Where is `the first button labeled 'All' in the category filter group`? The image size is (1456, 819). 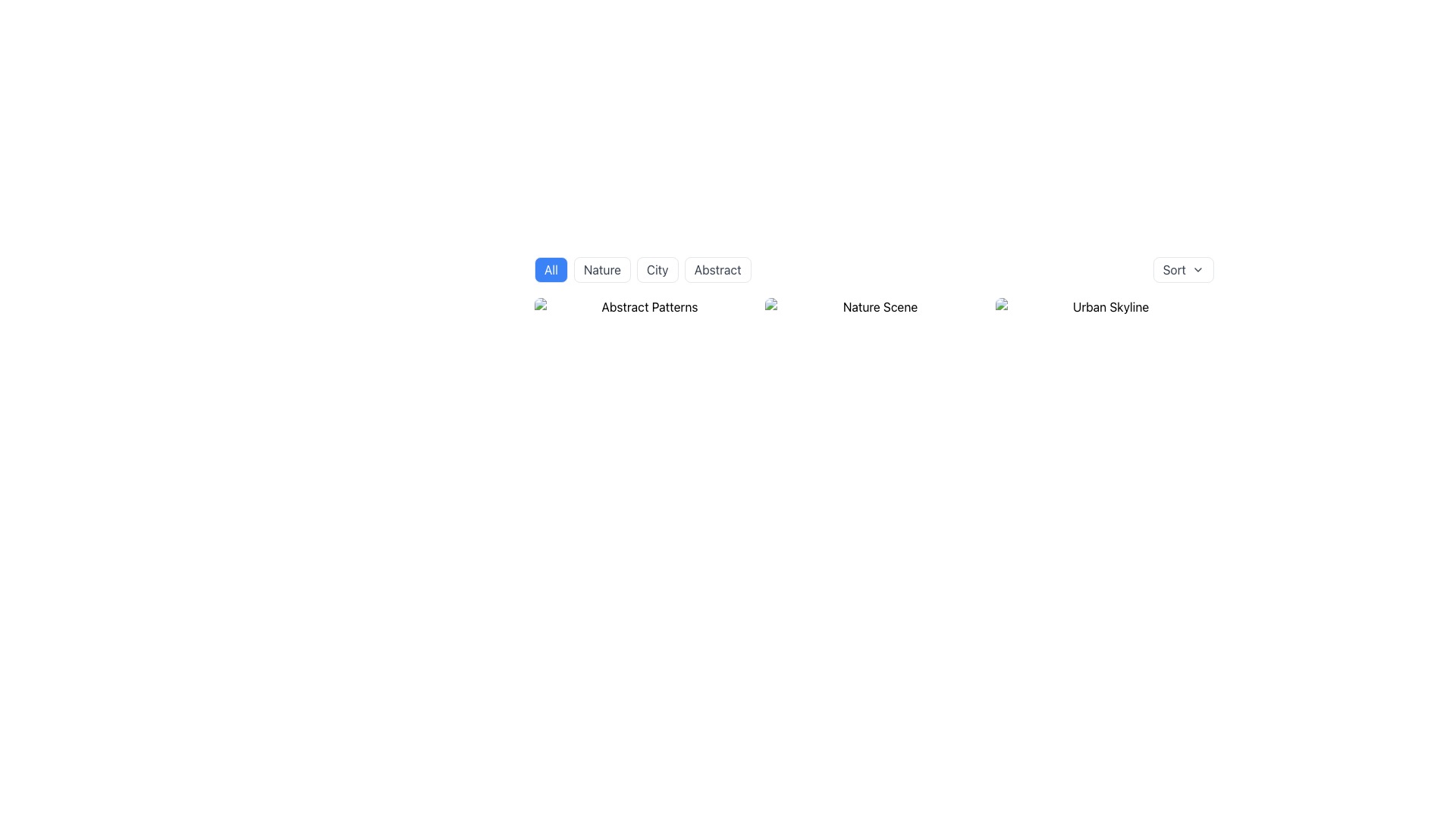 the first button labeled 'All' in the category filter group is located at coordinates (550, 268).